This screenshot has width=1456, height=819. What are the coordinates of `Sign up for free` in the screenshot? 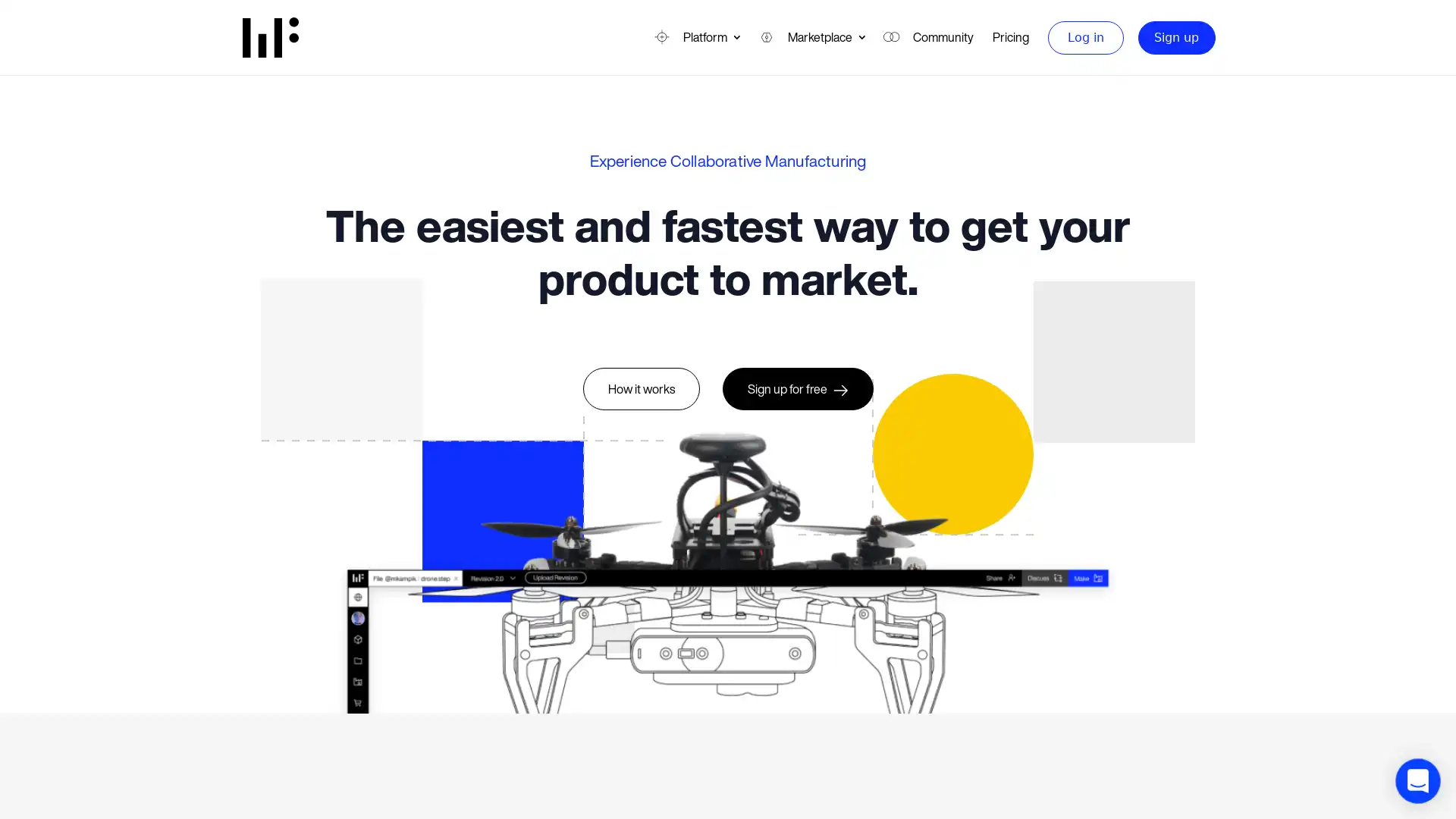 It's located at (796, 388).